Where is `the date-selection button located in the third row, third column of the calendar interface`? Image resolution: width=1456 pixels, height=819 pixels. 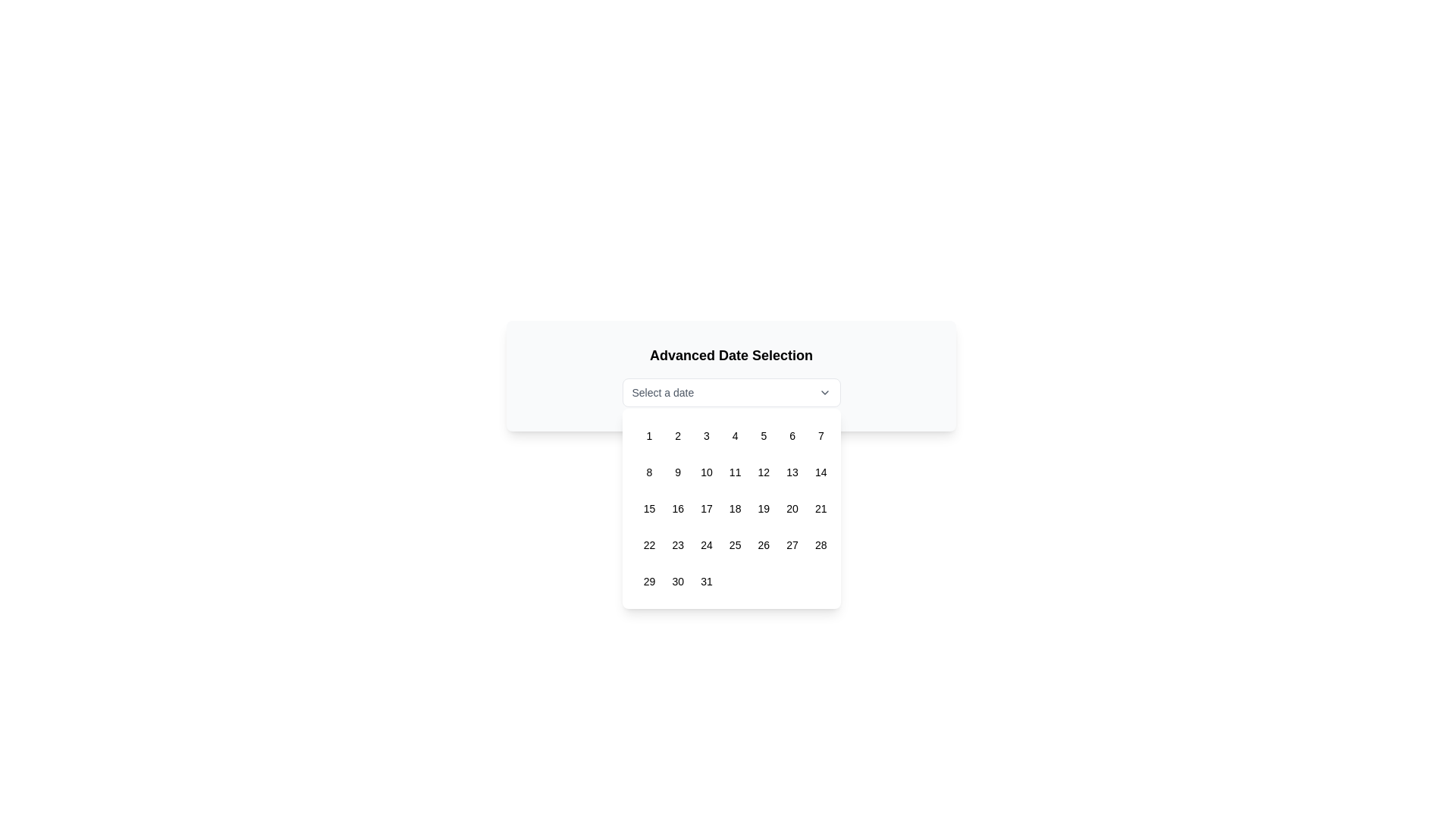 the date-selection button located in the third row, third column of the calendar interface is located at coordinates (705, 509).